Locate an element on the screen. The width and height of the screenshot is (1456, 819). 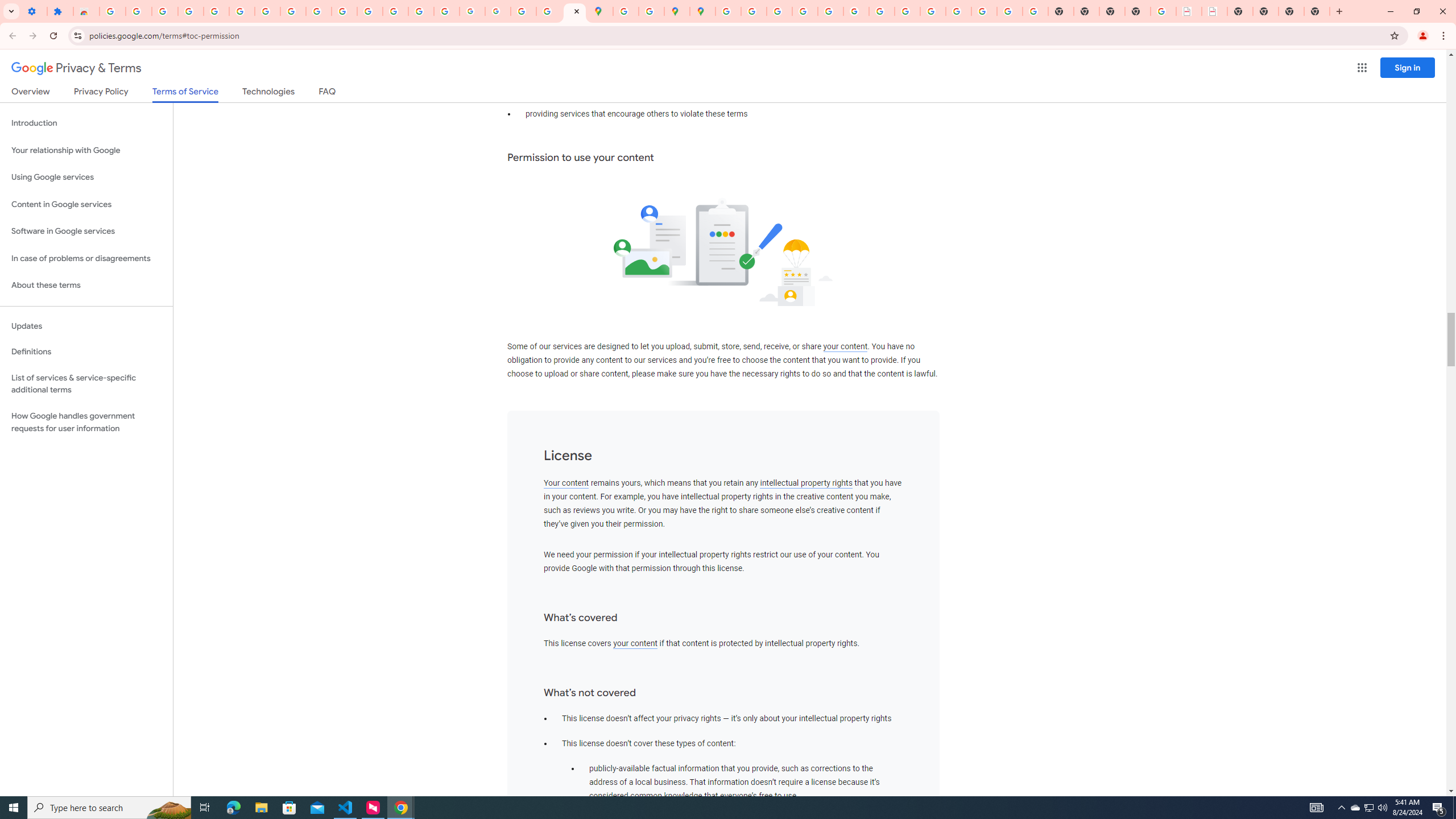
'intellectual property rights' is located at coordinates (806, 483).